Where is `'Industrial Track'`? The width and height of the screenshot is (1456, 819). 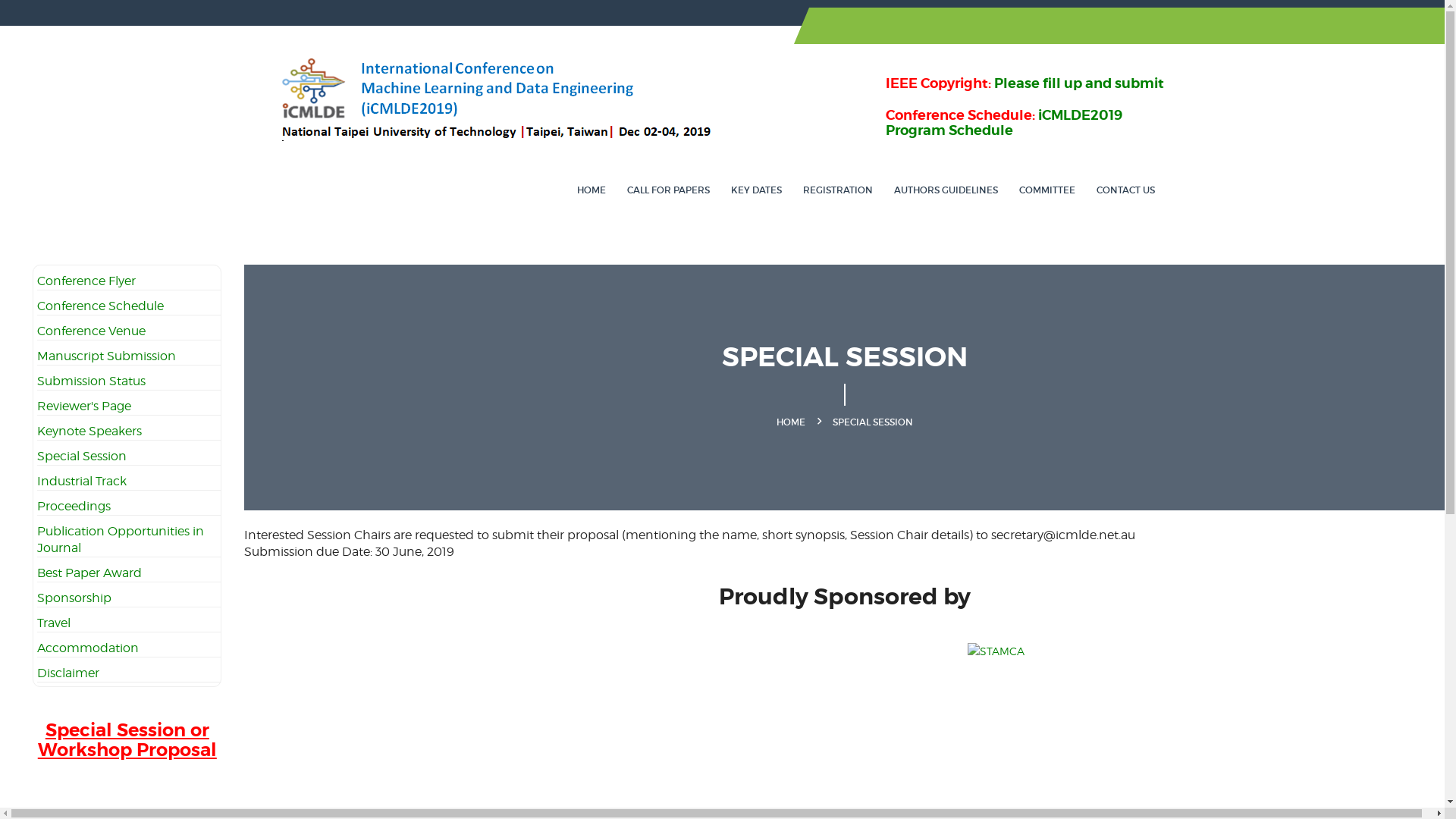 'Industrial Track' is located at coordinates (80, 481).